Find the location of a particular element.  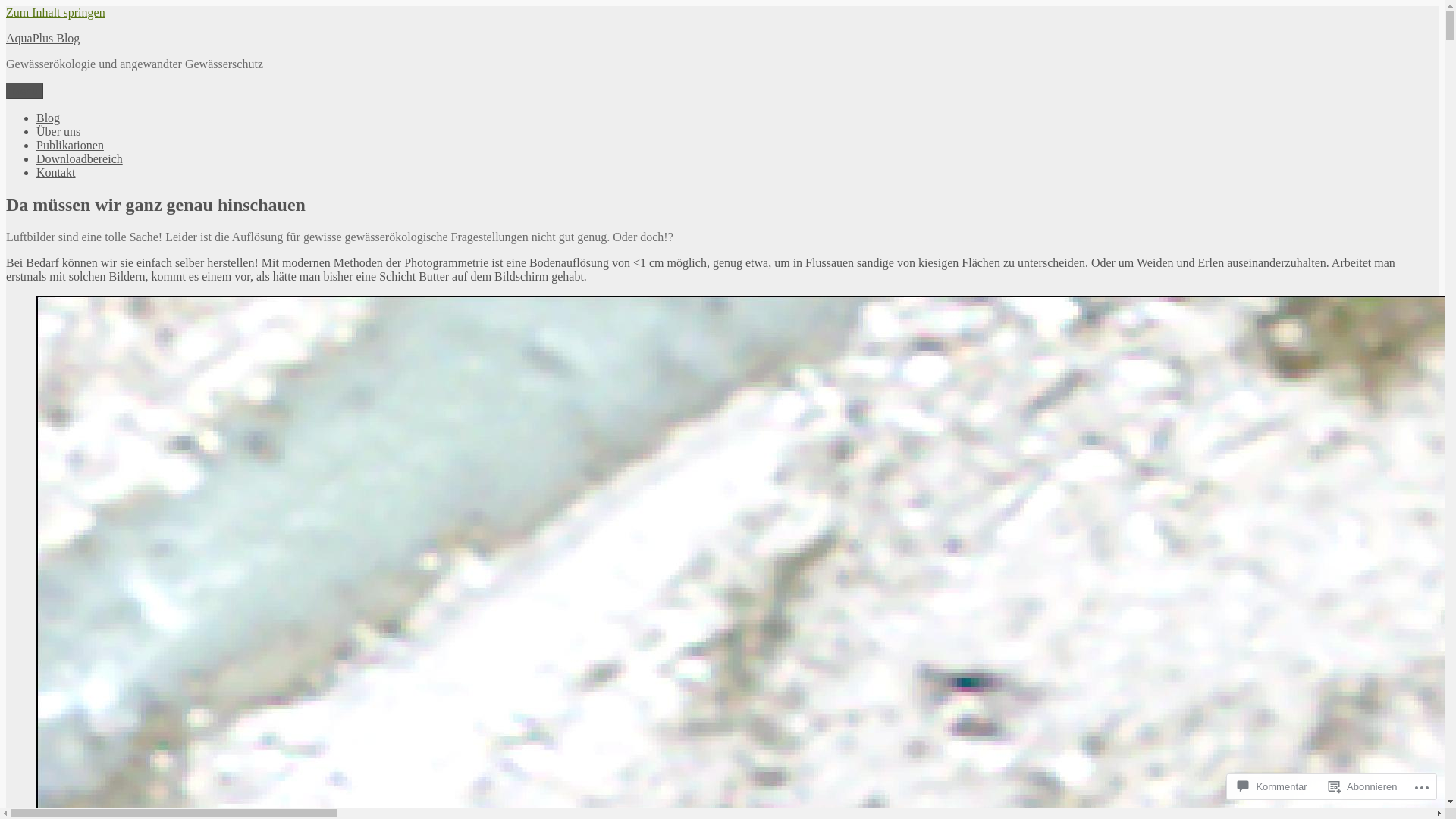

'AquaPlus Blog' is located at coordinates (6, 37).